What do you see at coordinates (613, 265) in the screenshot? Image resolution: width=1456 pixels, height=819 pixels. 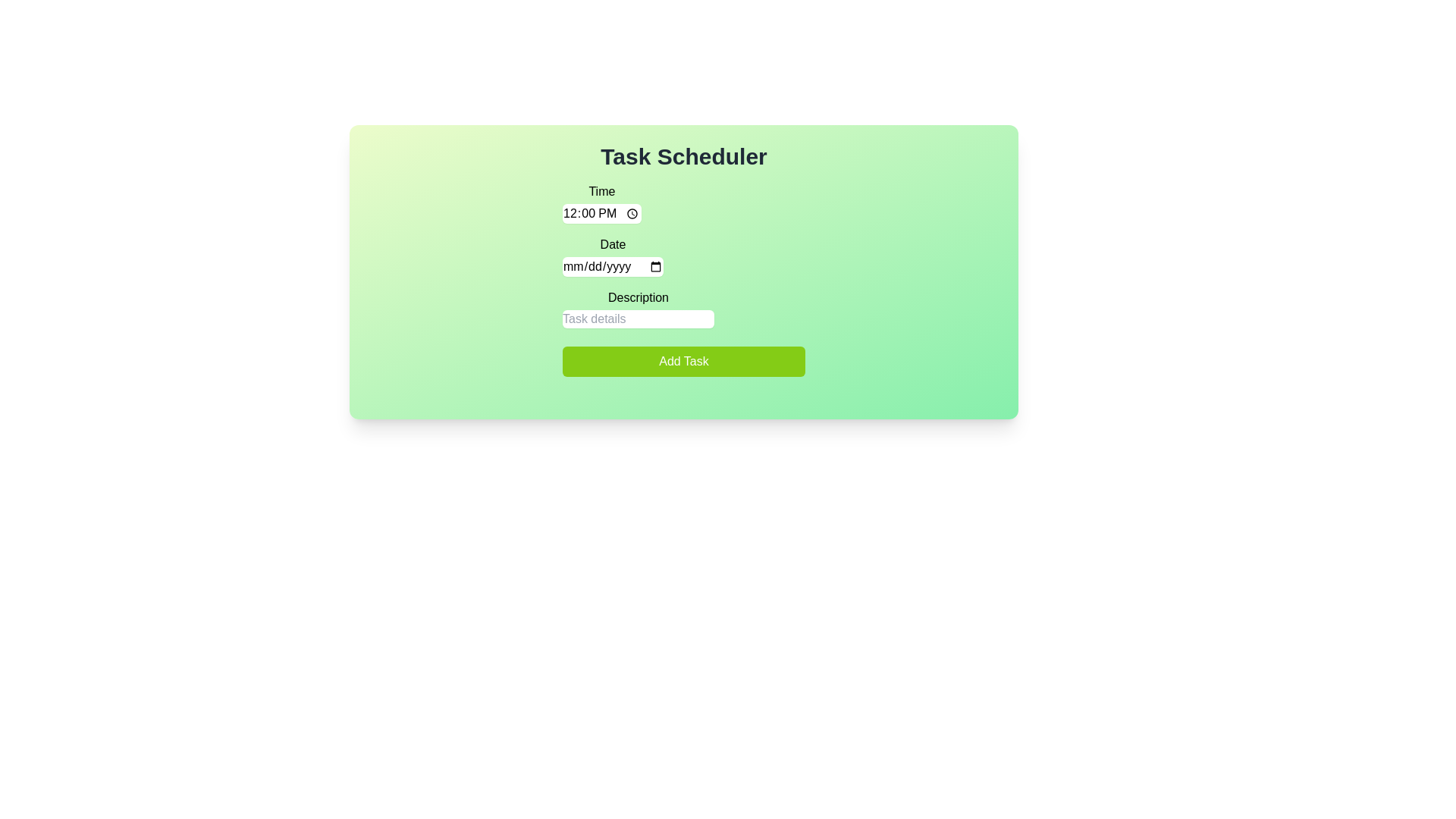 I see `the Date input field located below the 'Date' label in the task-scheduling panel to trigger focus effects` at bounding box center [613, 265].